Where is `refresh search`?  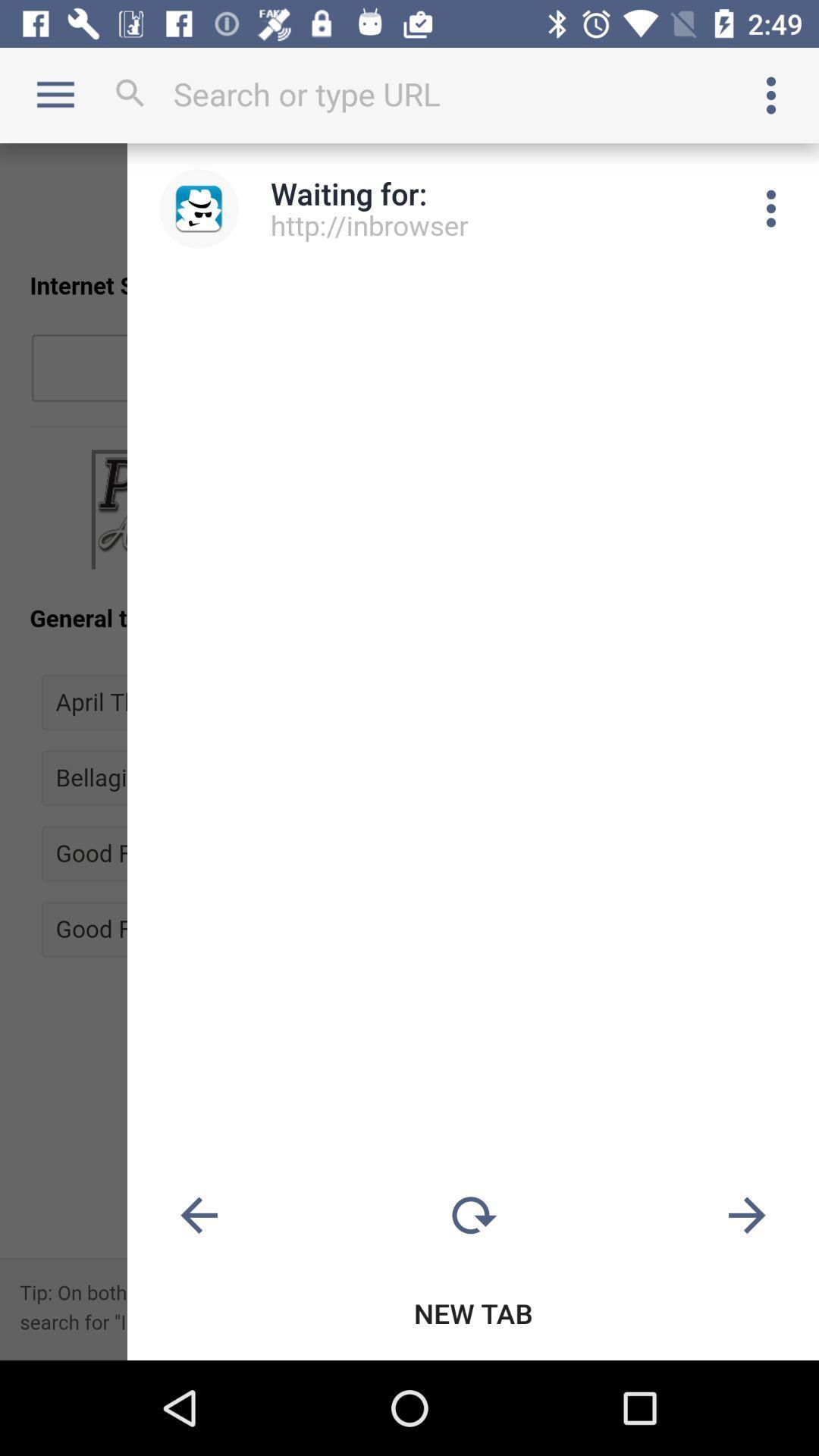 refresh search is located at coordinates (472, 1216).